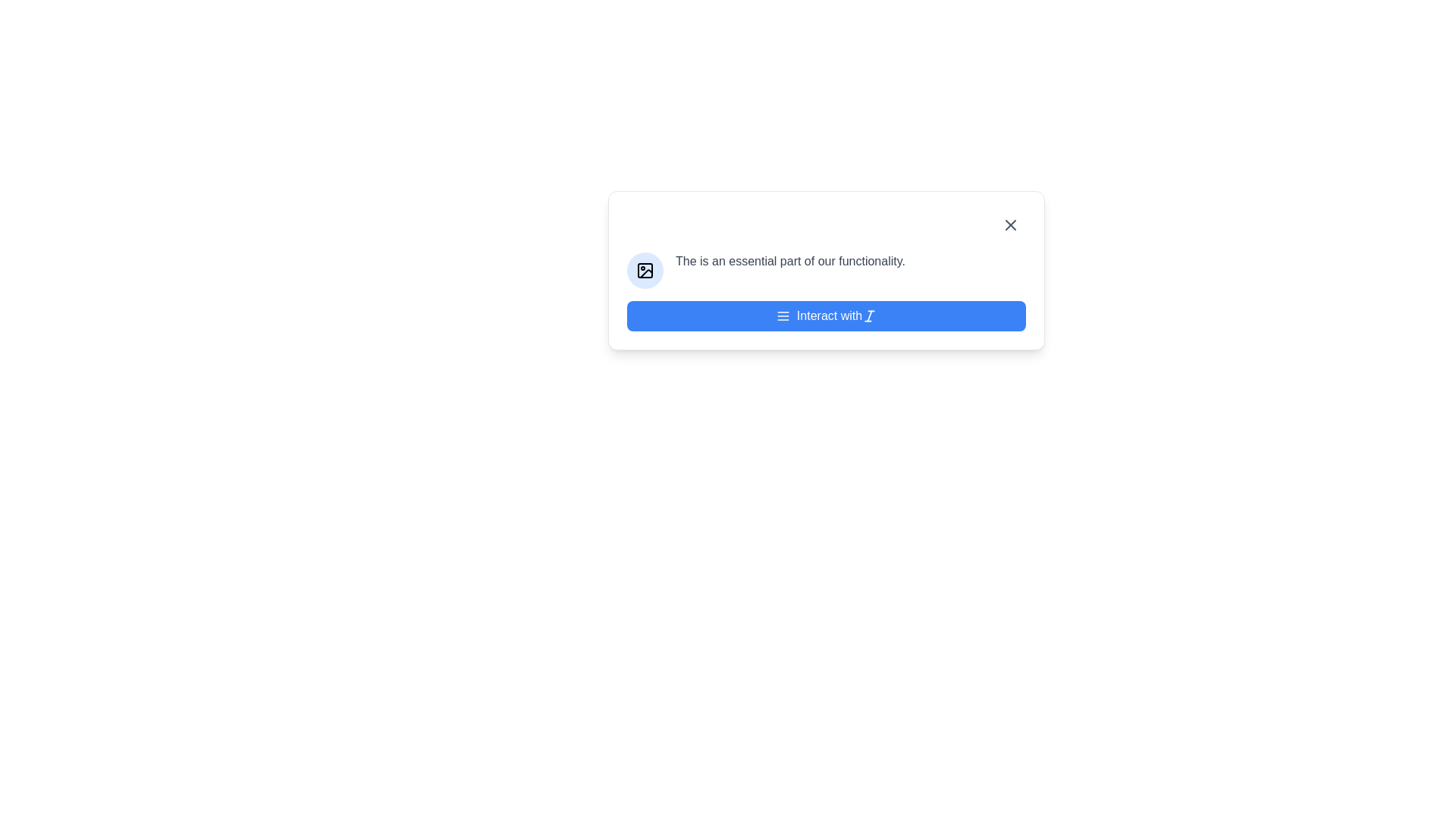  Describe the element at coordinates (783, 315) in the screenshot. I see `the Menu icon located on the blue button labeled 'Interact with', which is positioned to the left of the button text and another icon` at that location.